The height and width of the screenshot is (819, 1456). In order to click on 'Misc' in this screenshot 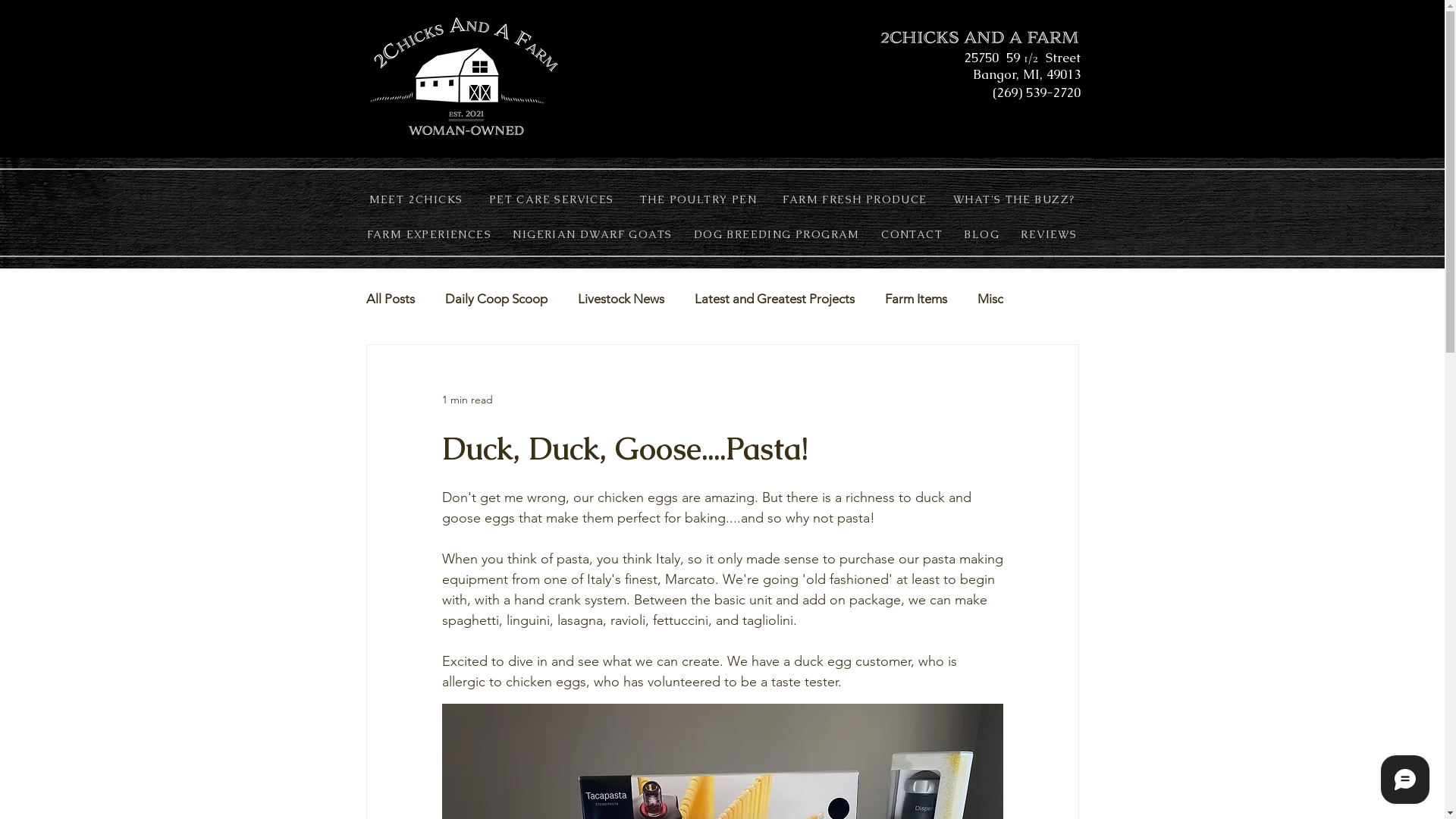, I will do `click(976, 298)`.